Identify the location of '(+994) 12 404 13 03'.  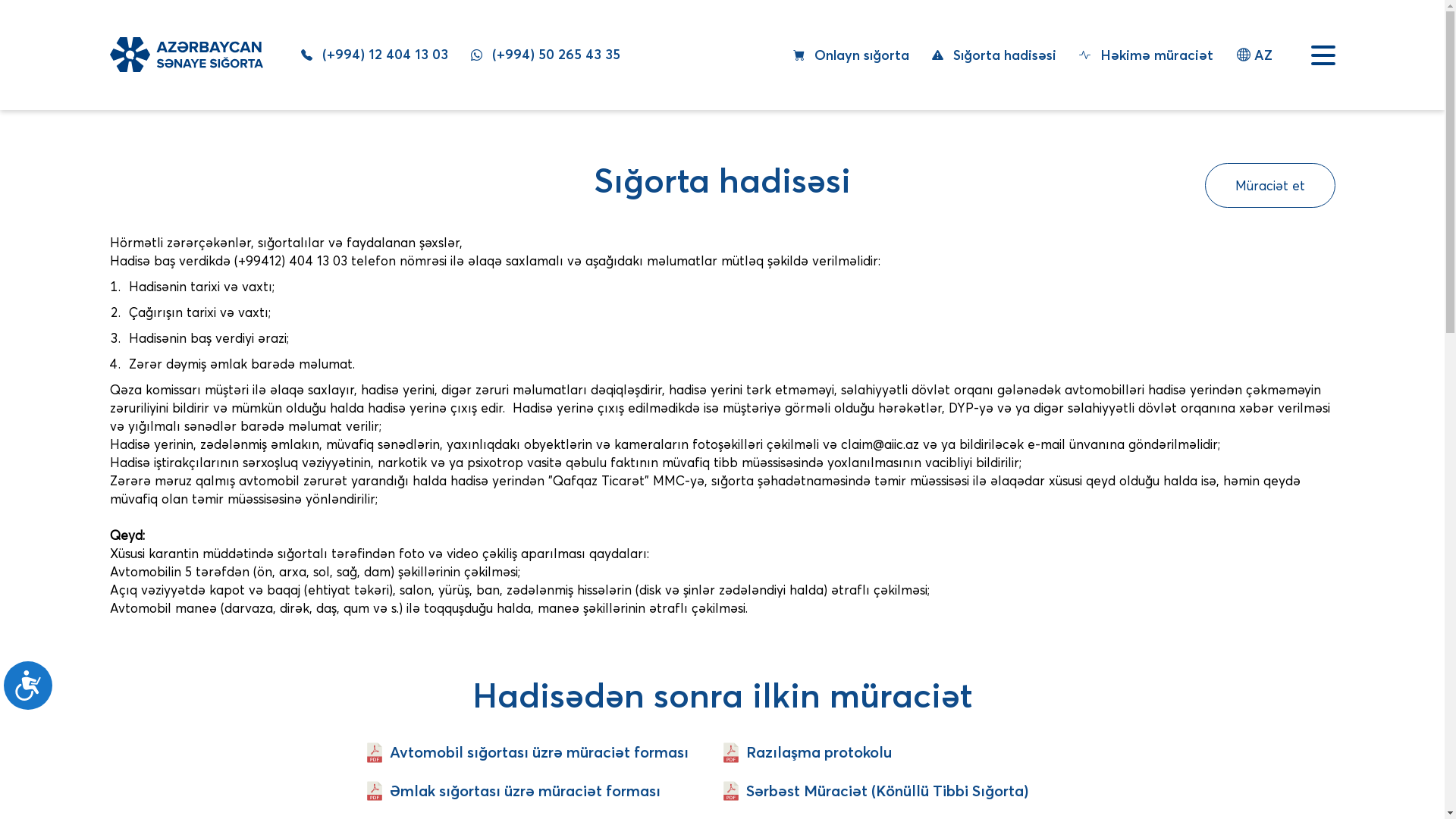
(374, 54).